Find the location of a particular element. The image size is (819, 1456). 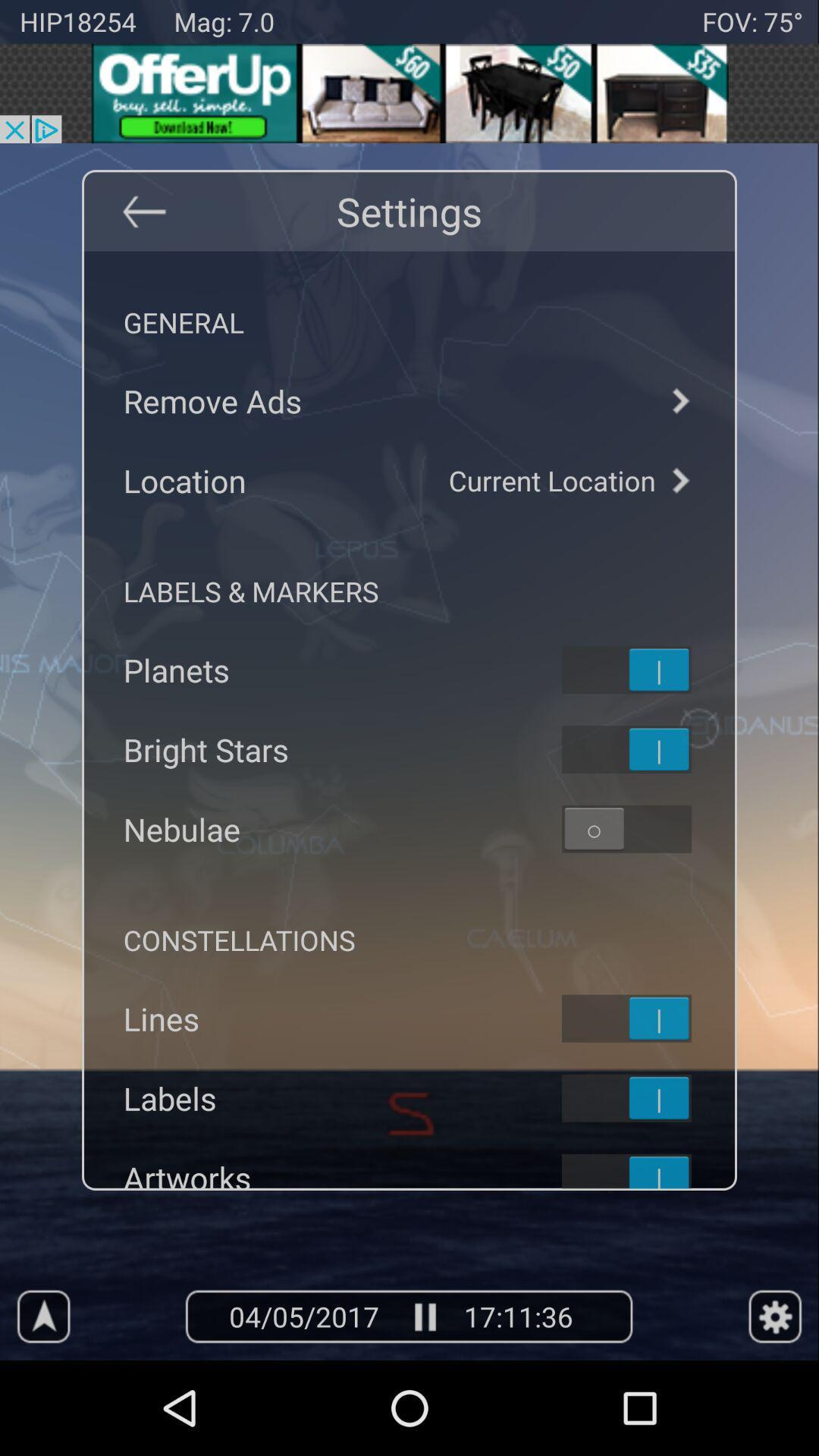

remove advertisements option is located at coordinates (679, 400).